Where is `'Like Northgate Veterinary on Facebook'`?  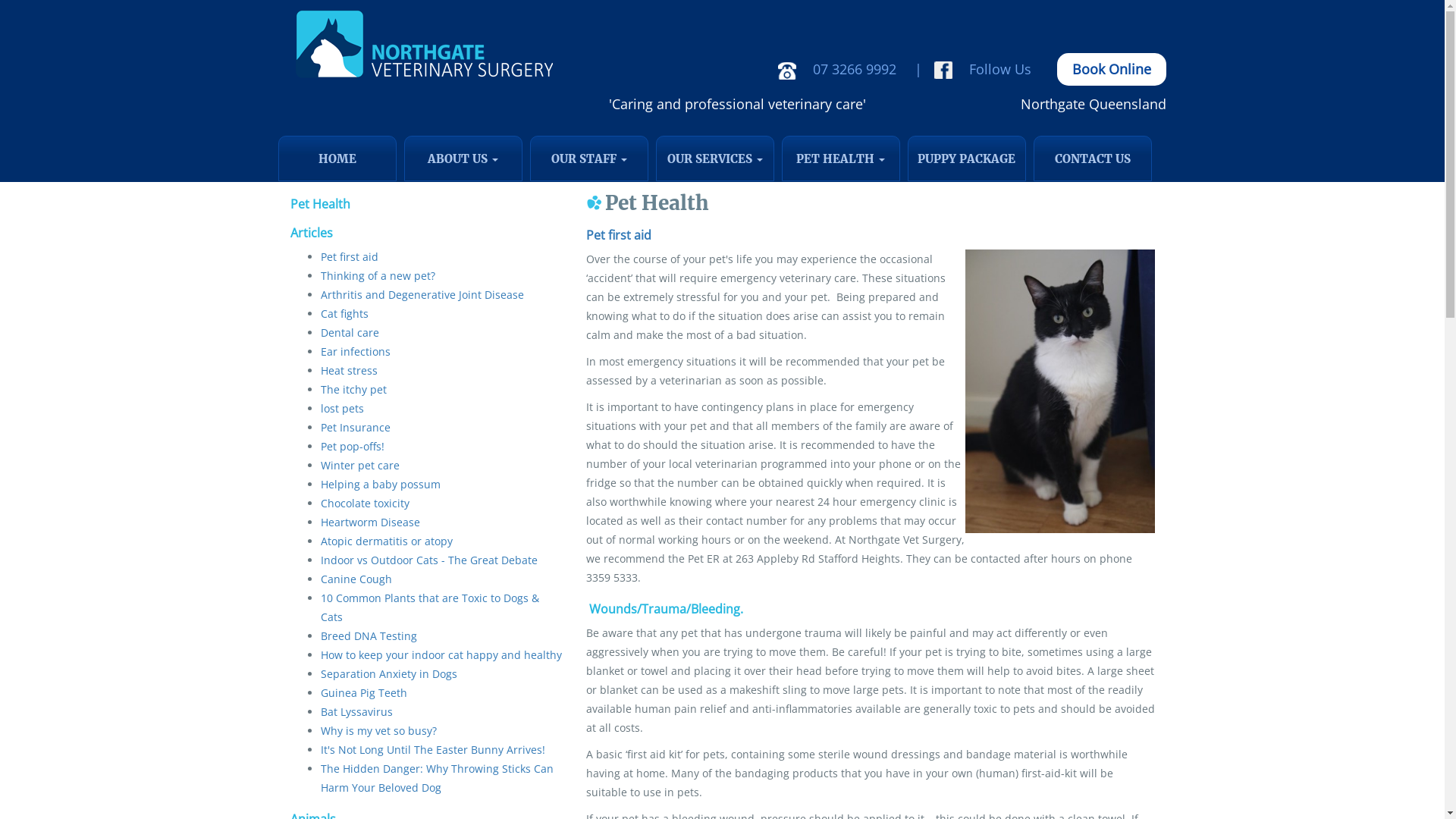 'Like Northgate Veterinary on Facebook' is located at coordinates (931, 70).